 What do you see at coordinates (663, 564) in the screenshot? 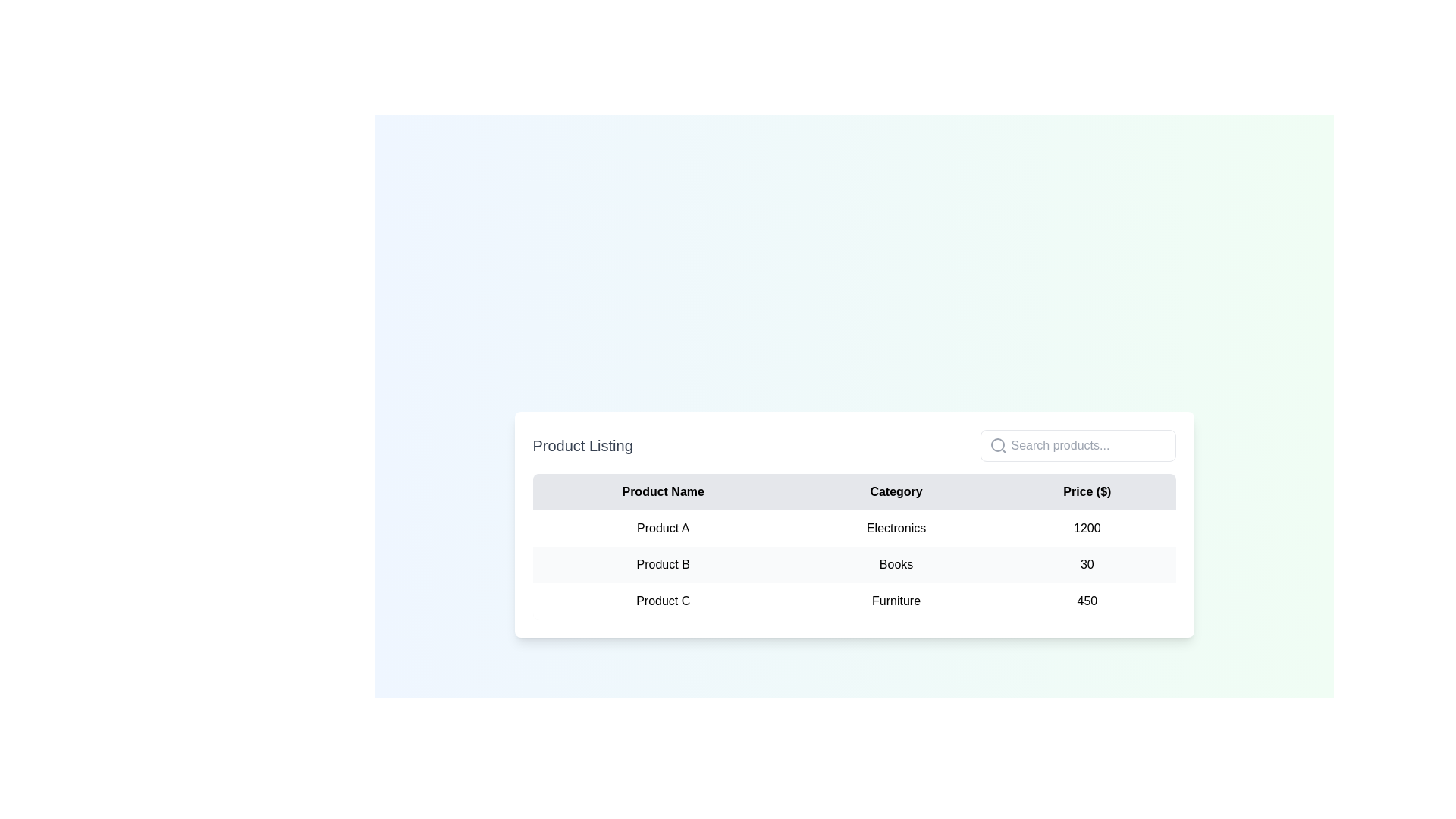
I see `the static text element displaying 'Product B' in the second row of the product listing table, located under the 'Product Name' column` at bounding box center [663, 564].